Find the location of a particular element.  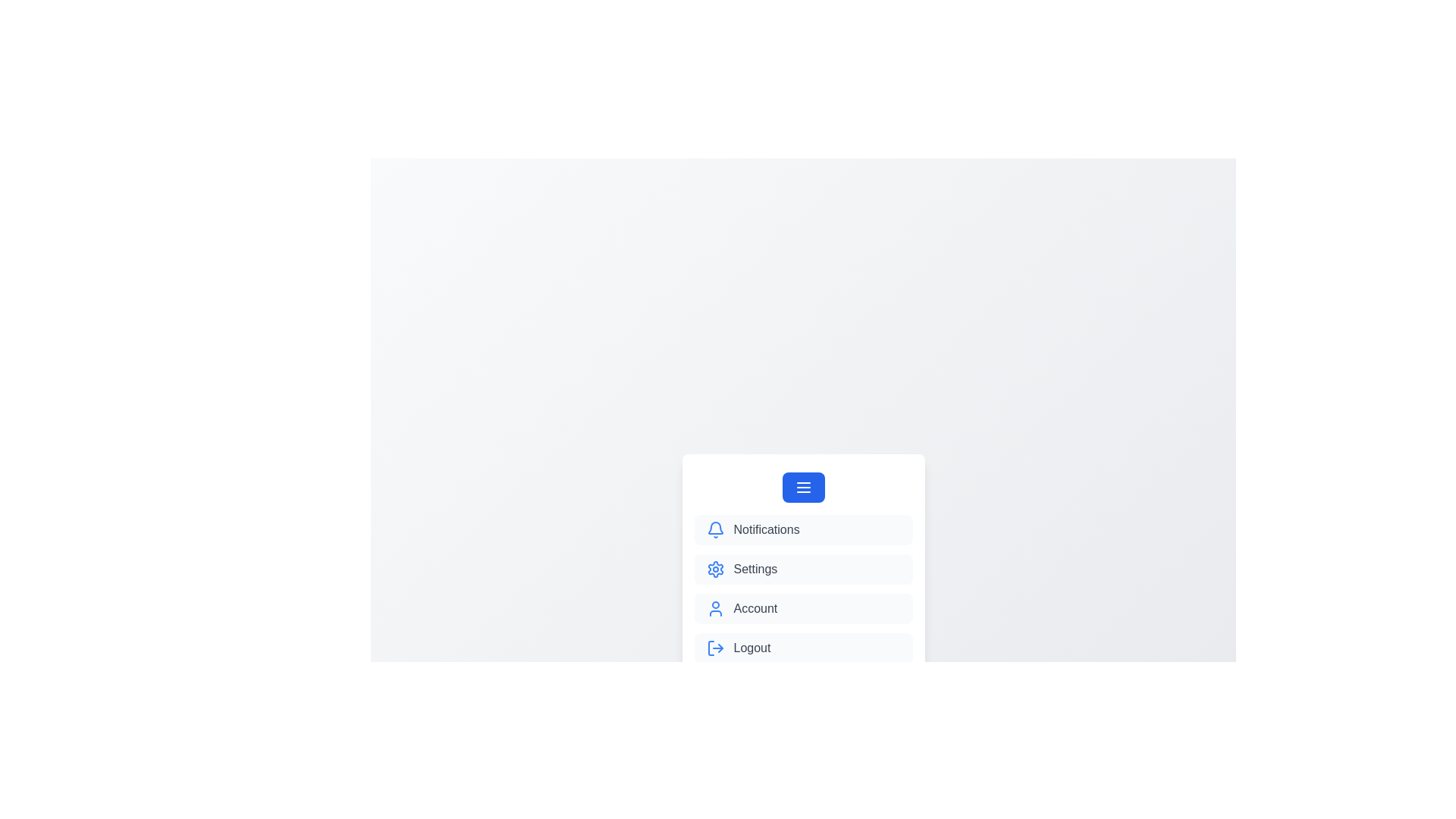

the menu button to toggle the menu visibility is located at coordinates (802, 488).